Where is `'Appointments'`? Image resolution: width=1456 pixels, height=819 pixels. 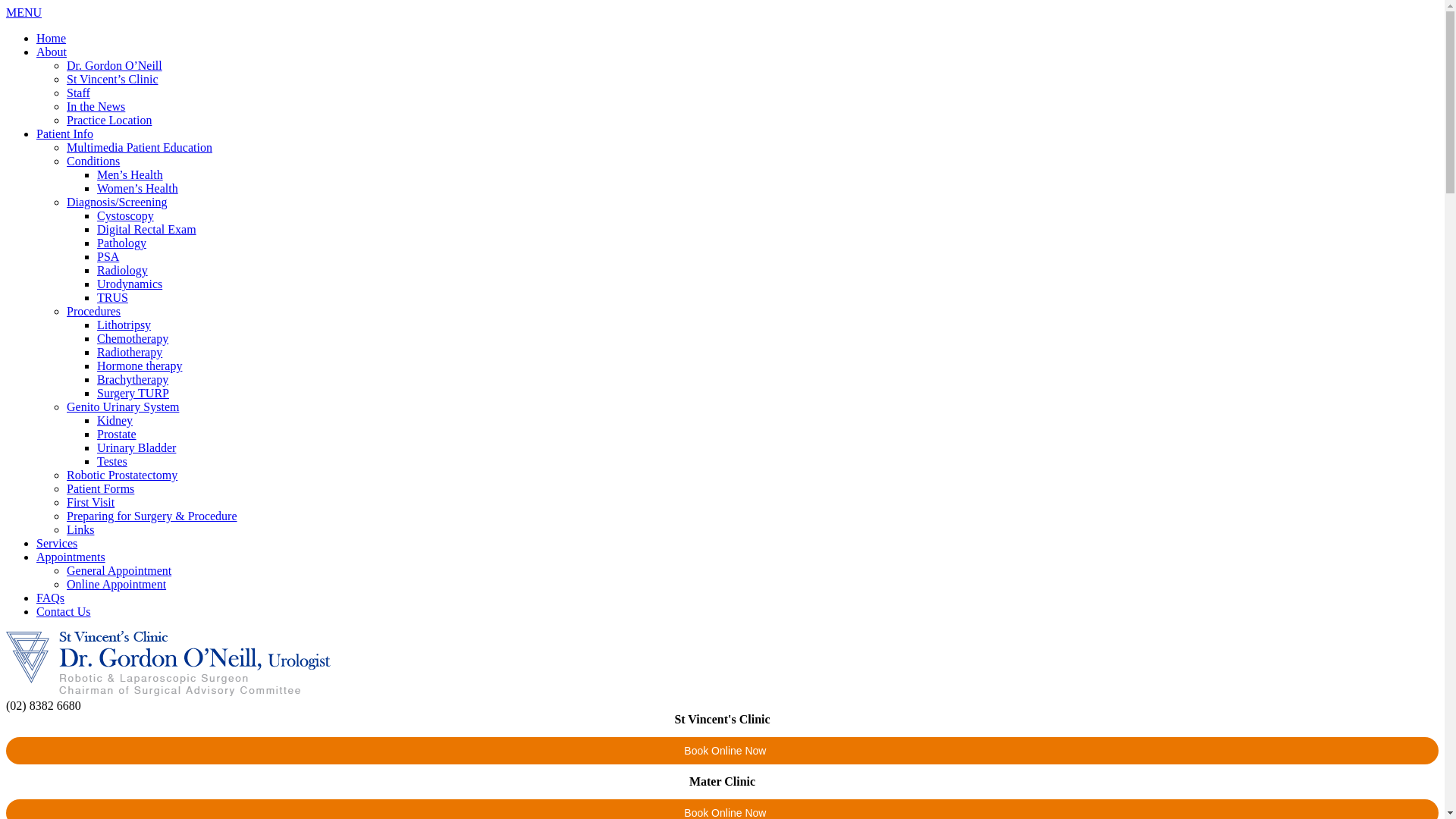
'Appointments' is located at coordinates (70, 557).